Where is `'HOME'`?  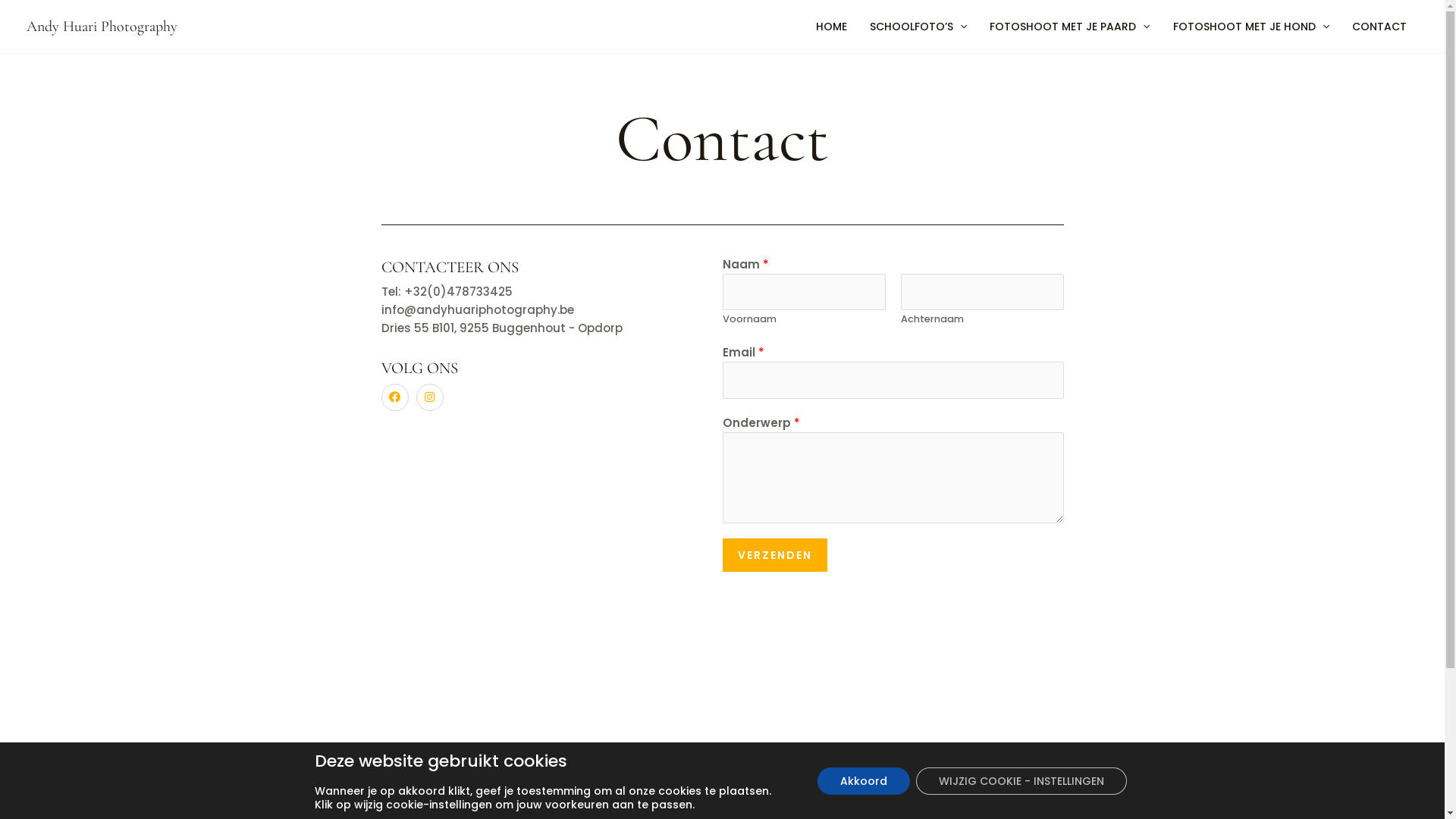 'HOME' is located at coordinates (830, 26).